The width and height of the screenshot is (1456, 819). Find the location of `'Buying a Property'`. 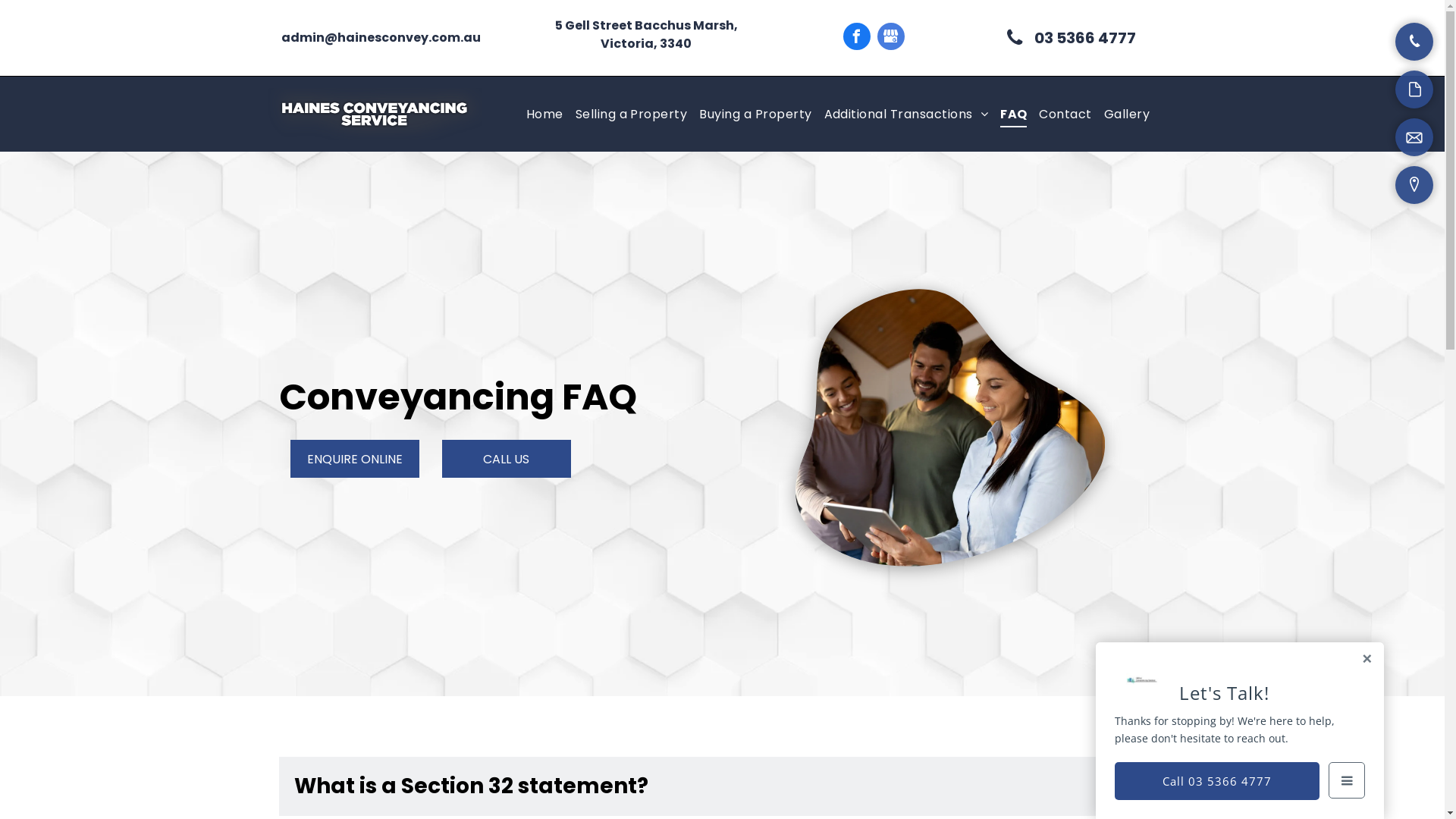

'Buying a Property' is located at coordinates (755, 113).